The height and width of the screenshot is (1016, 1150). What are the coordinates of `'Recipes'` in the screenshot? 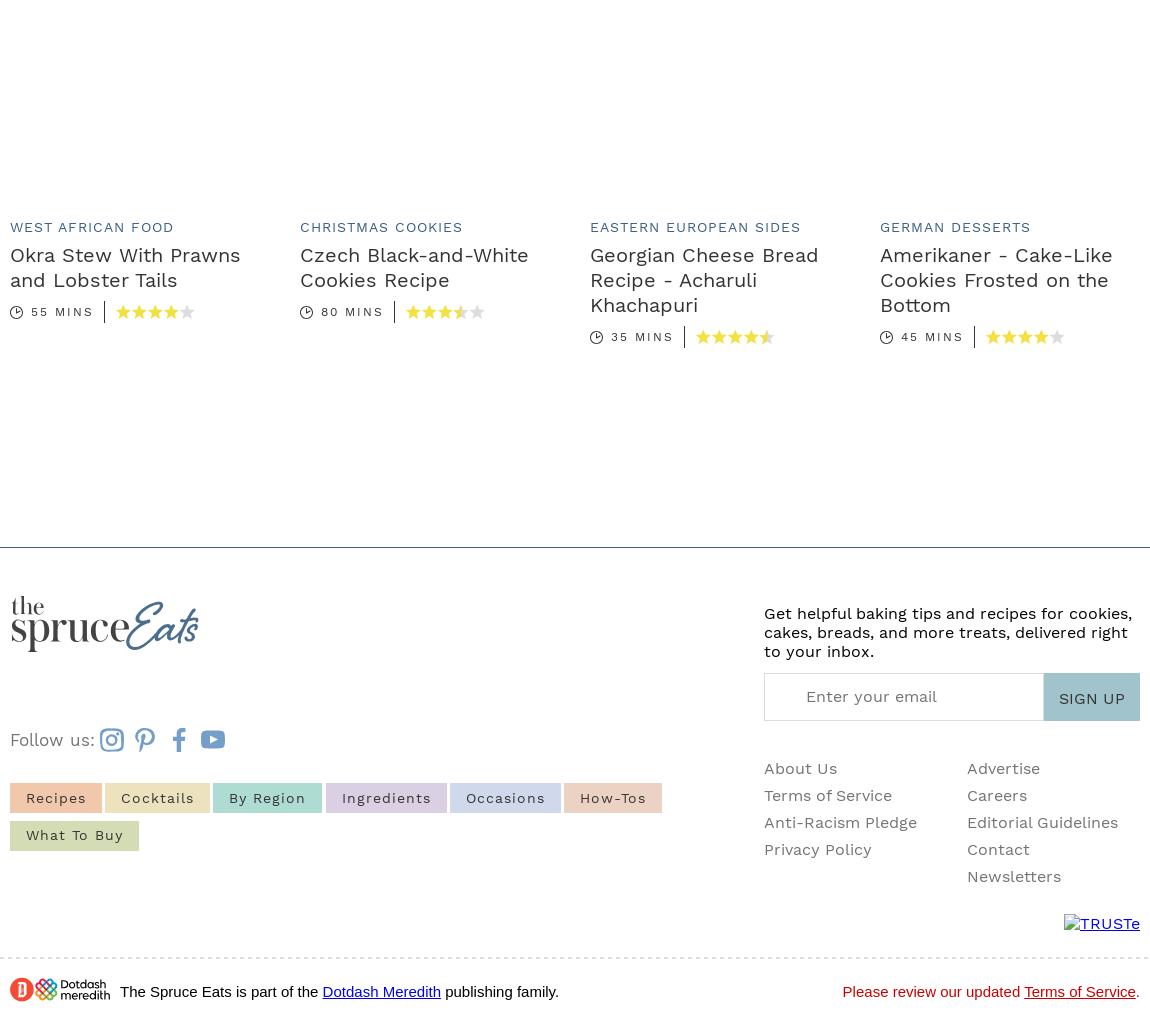 It's located at (24, 795).